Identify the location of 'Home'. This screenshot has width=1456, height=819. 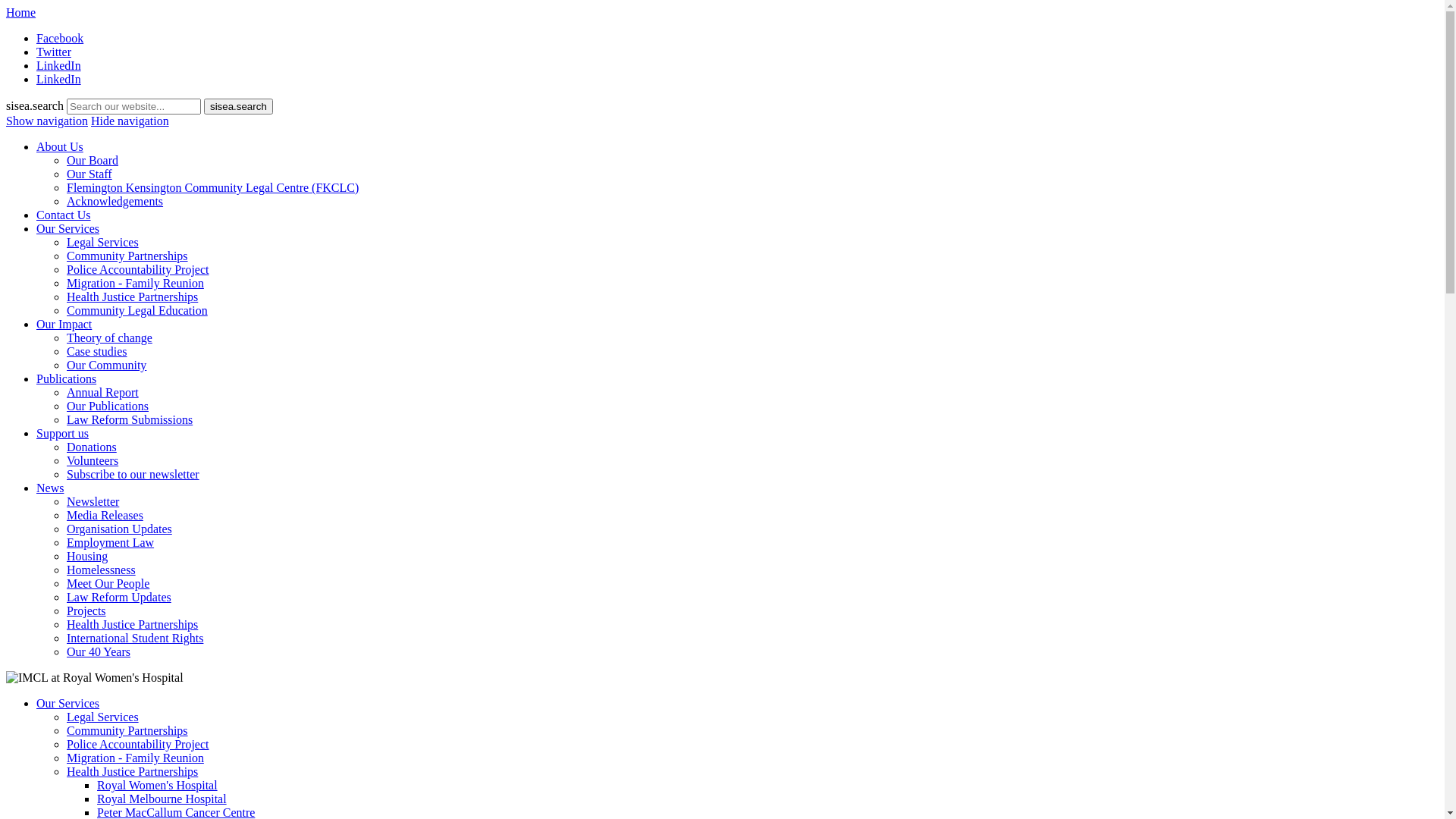
(20, 12).